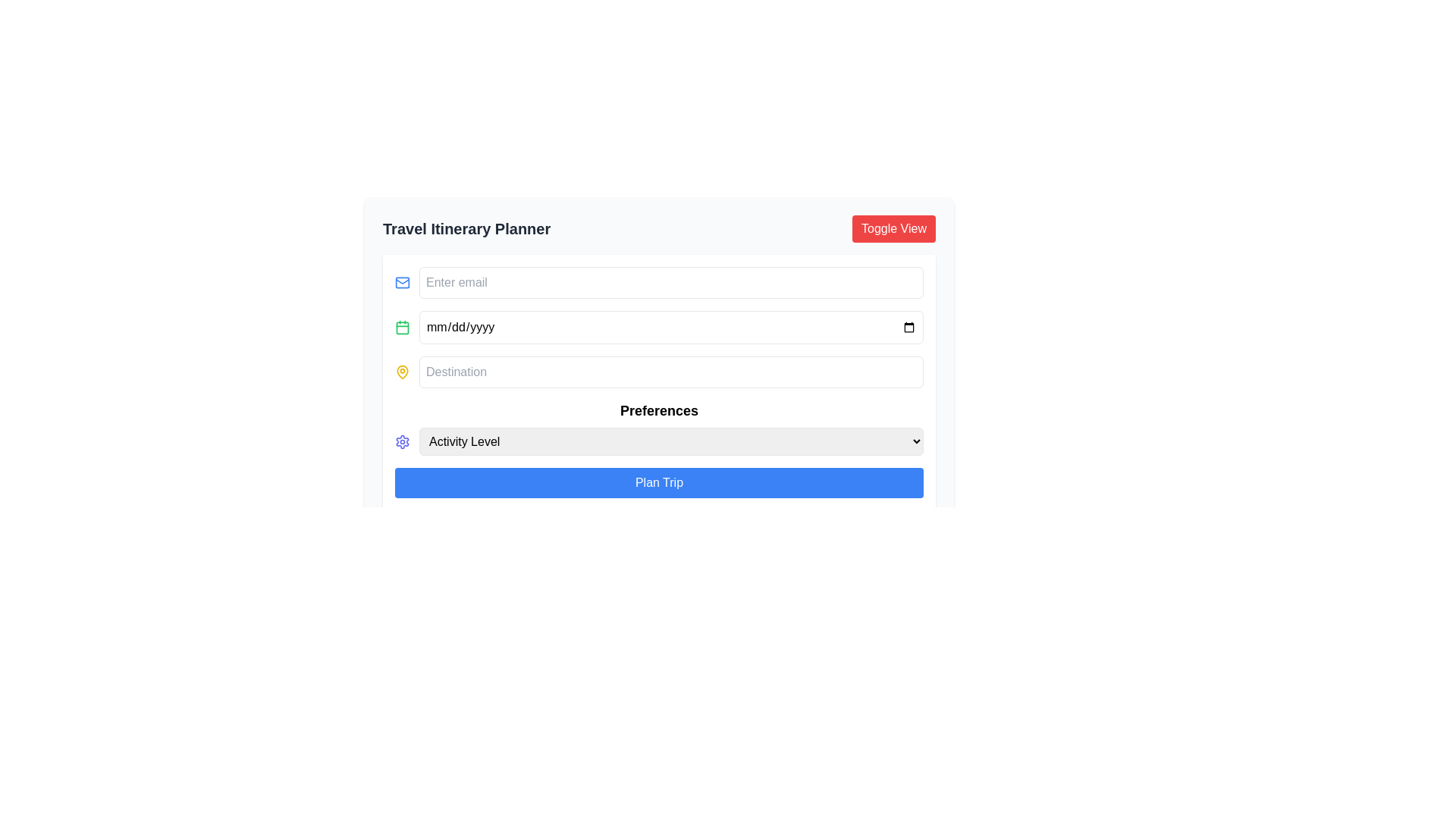 This screenshot has height=819, width=1456. What do you see at coordinates (670, 441) in the screenshot?
I see `the 'Activity Level' dropdown menu, which is styled with a border and rounded corners, located in the middle-right part of the main form interface under the 'Preferences' section` at bounding box center [670, 441].